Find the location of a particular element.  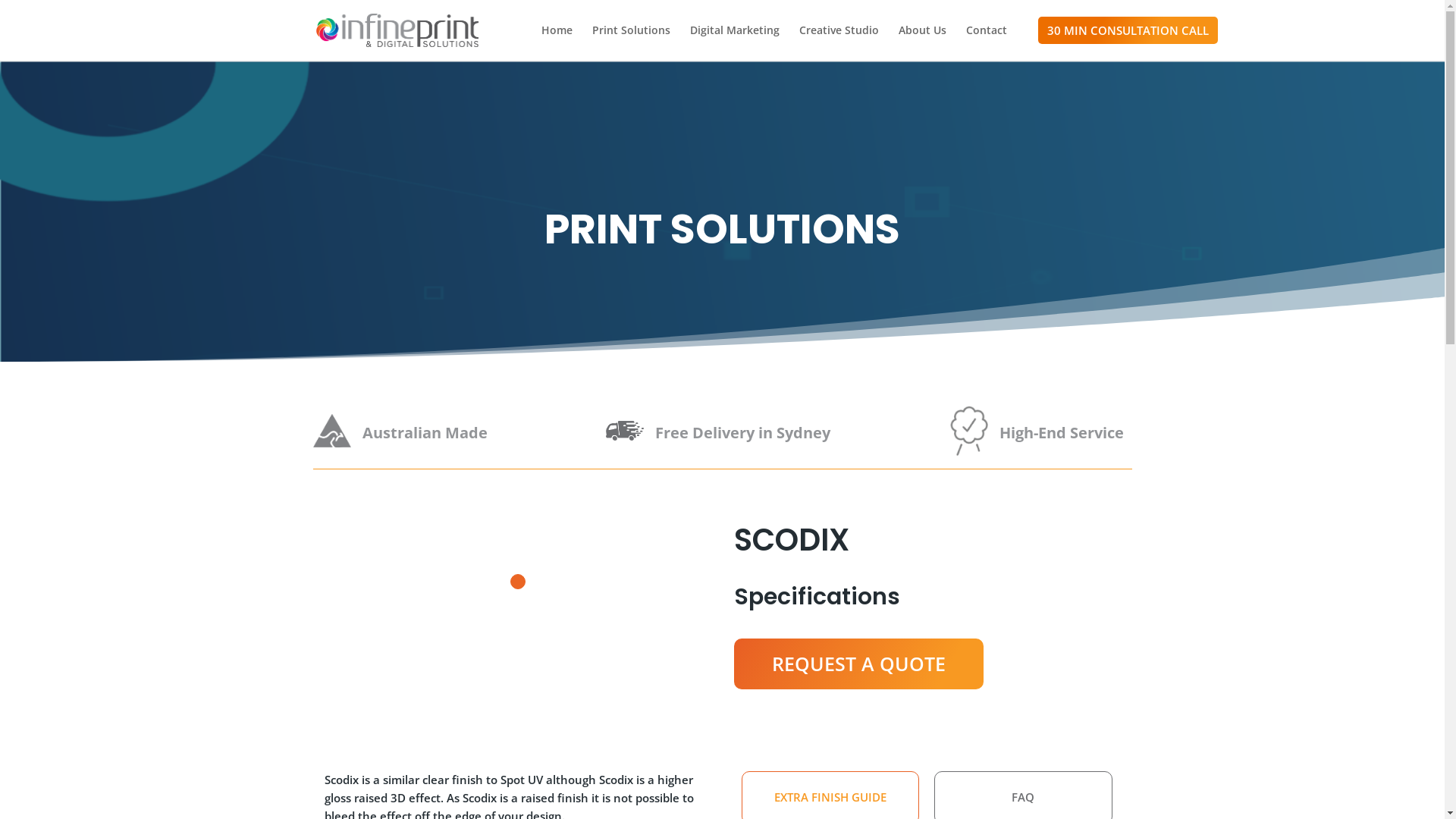

'Creative Studio' is located at coordinates (799, 42).